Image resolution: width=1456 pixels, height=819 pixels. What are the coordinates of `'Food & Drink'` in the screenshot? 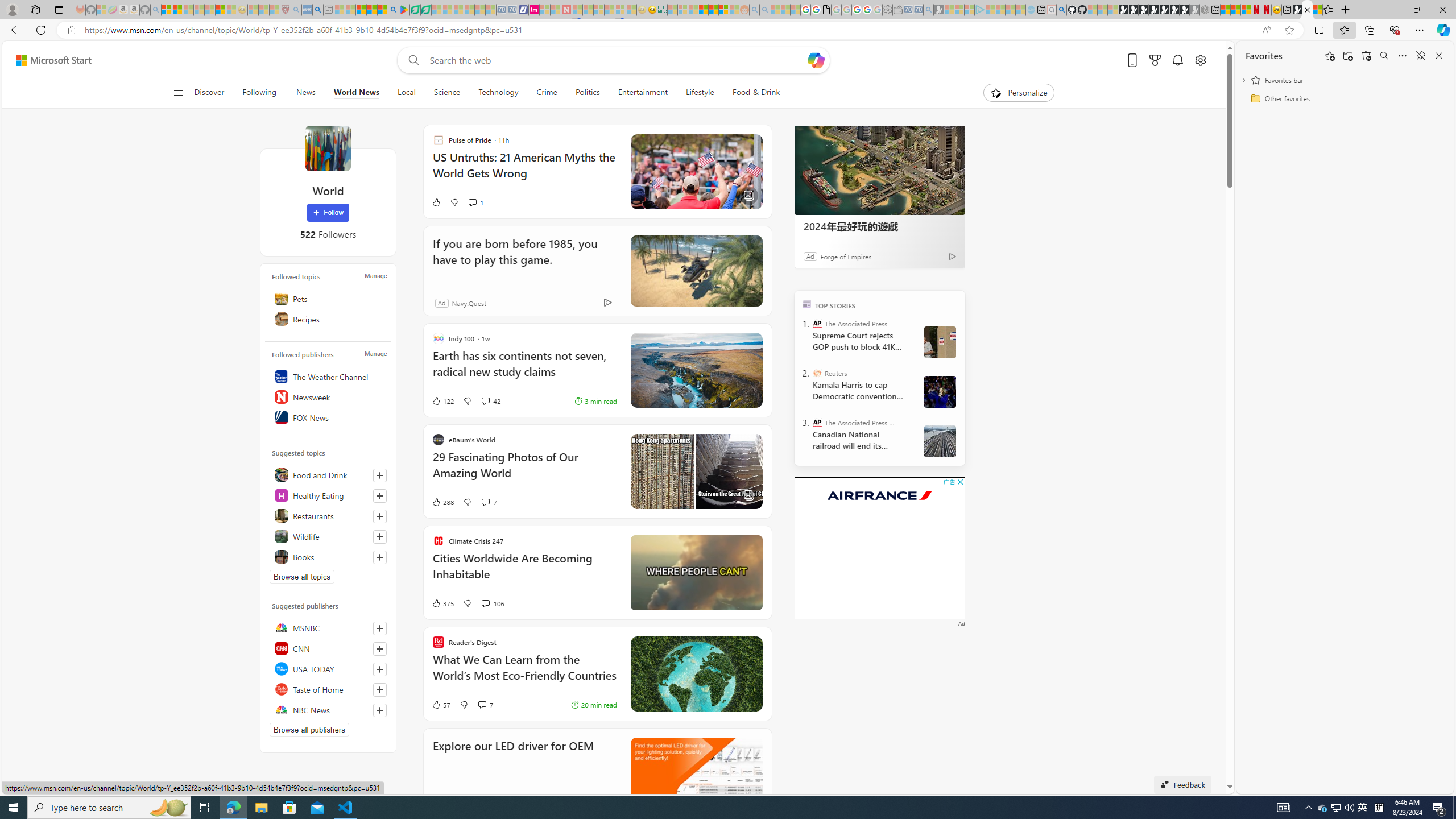 It's located at (751, 92).